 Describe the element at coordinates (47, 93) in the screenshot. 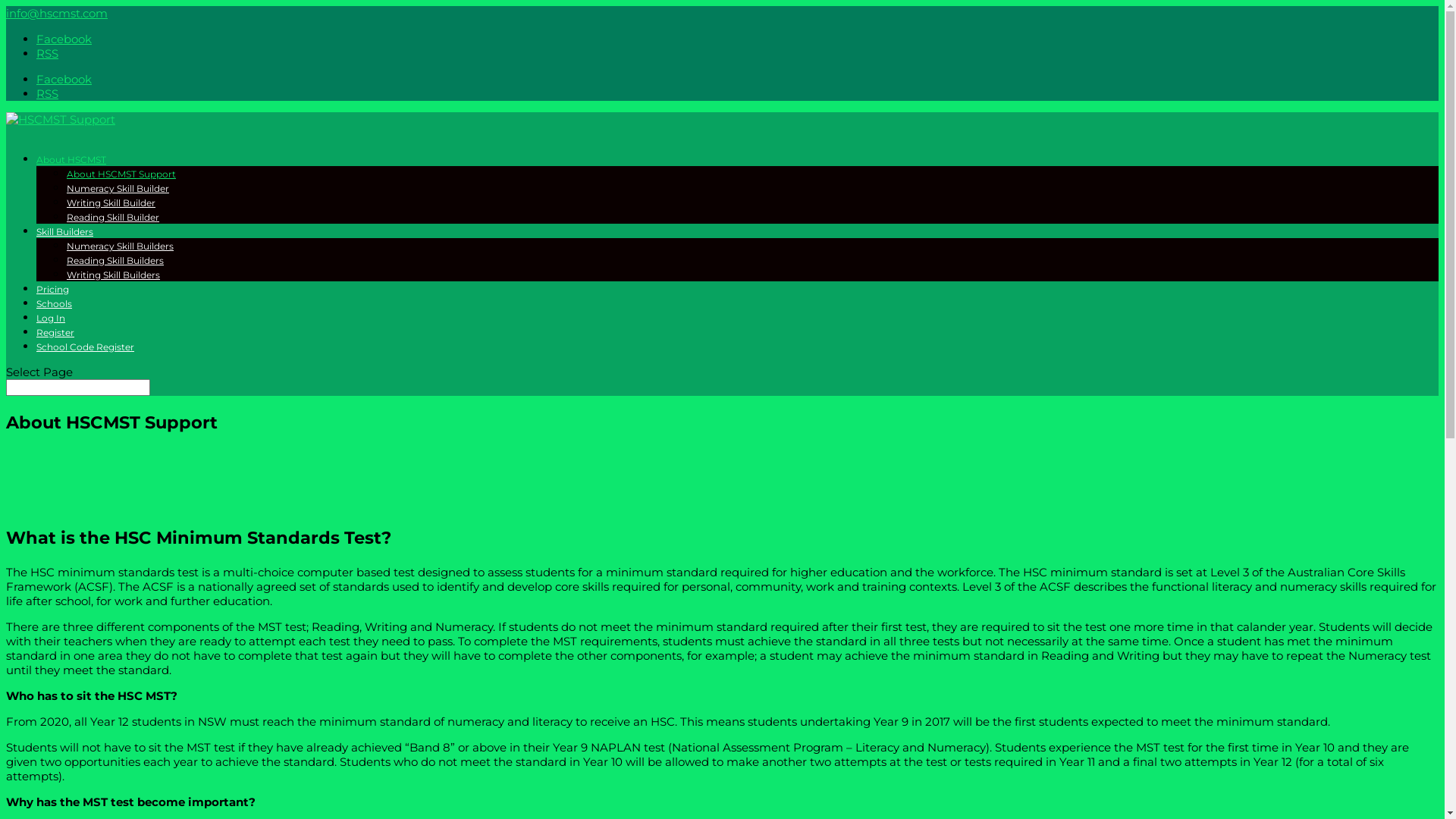

I see `'RSS'` at that location.